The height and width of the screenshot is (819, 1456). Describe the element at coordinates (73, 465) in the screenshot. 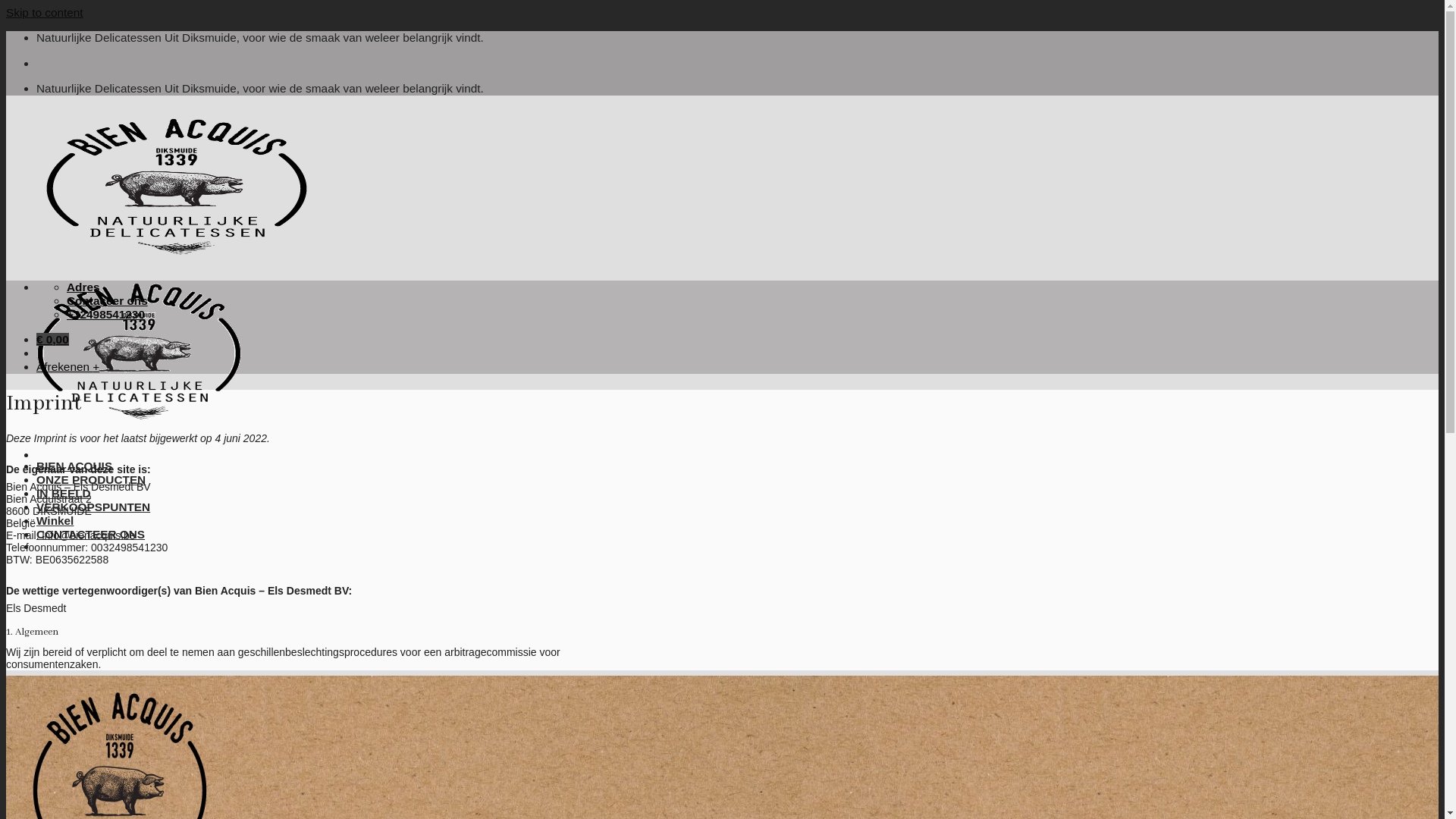

I see `'BIEN ACQUIS'` at that location.